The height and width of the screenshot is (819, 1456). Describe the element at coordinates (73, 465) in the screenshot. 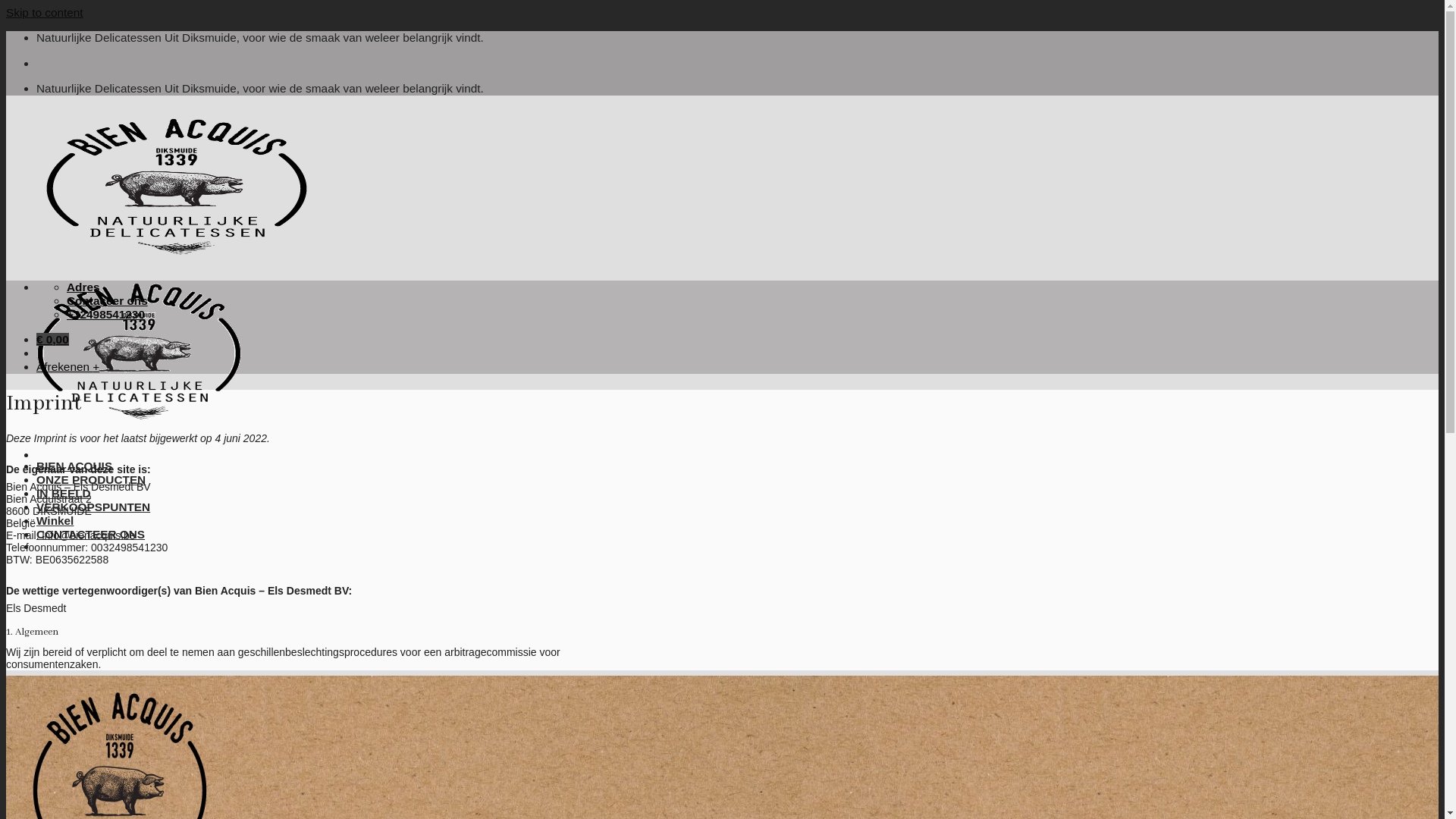

I see `'BIEN ACQUIS'` at that location.